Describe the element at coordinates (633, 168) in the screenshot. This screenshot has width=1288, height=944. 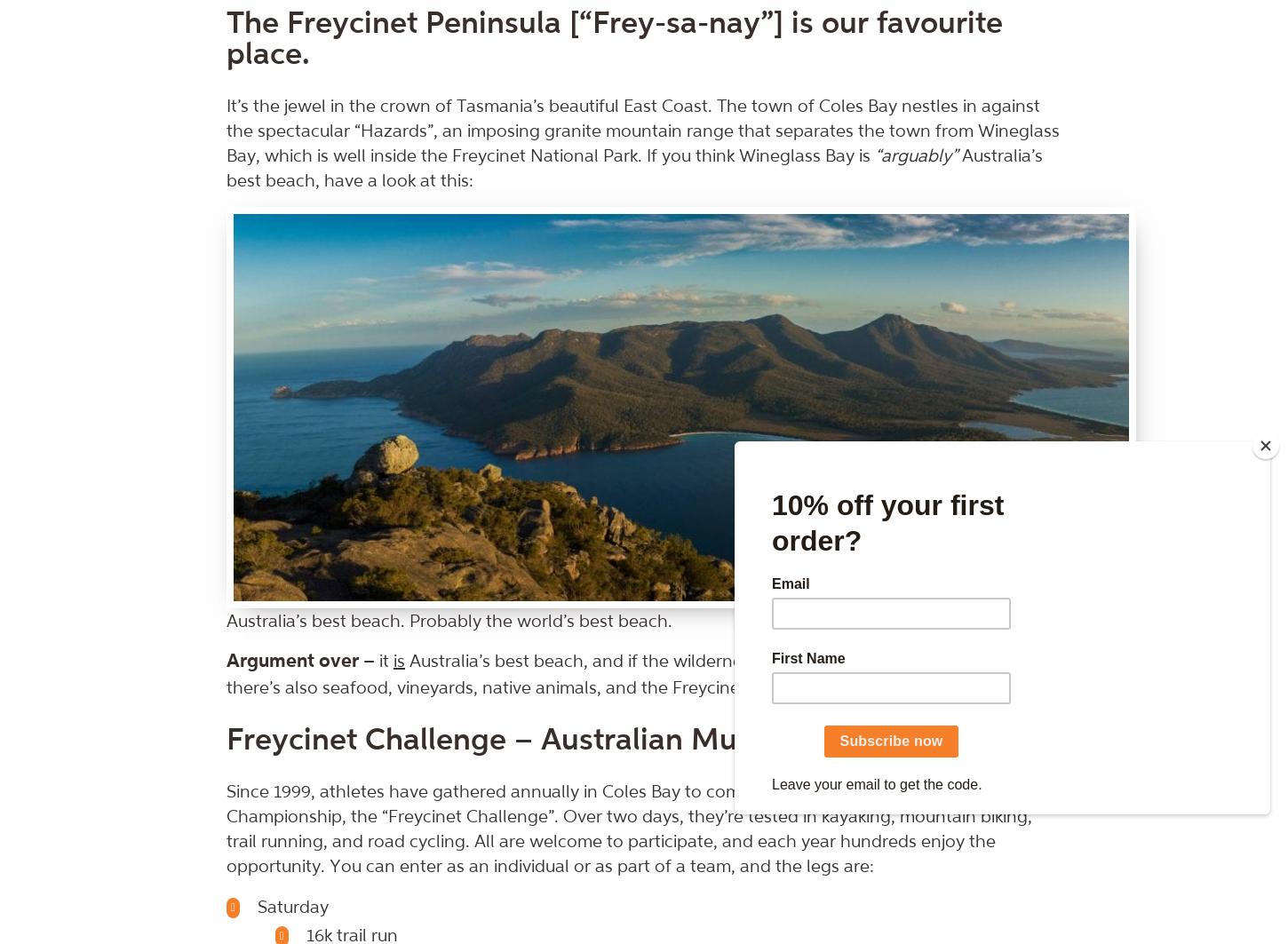
I see `'Australia’s best beach, have a look at this:'` at that location.